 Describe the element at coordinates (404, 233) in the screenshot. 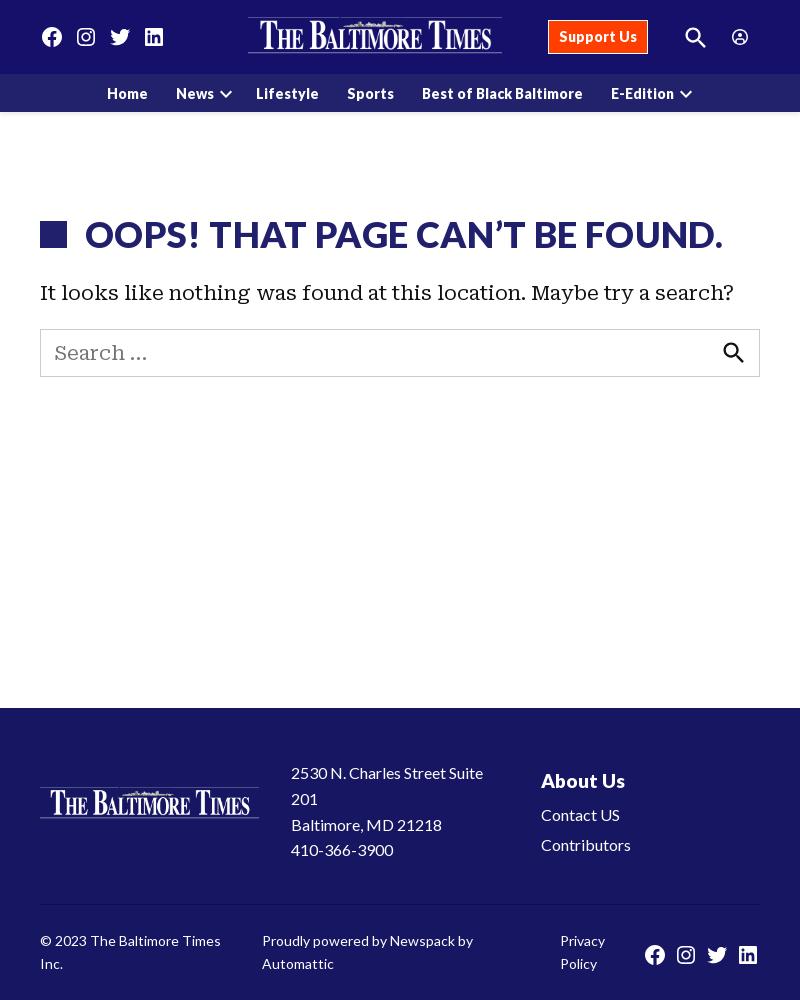

I see `'Oops! That page can’t be found.'` at that location.